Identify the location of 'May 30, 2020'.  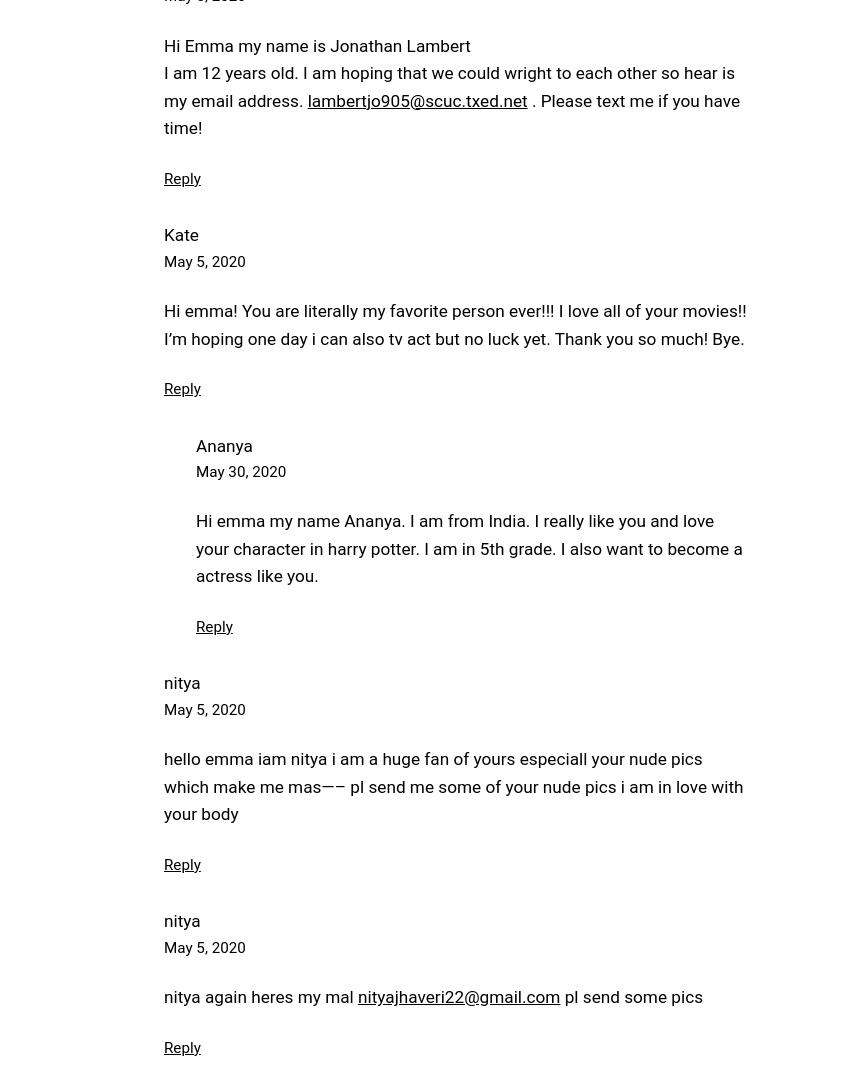
(195, 471).